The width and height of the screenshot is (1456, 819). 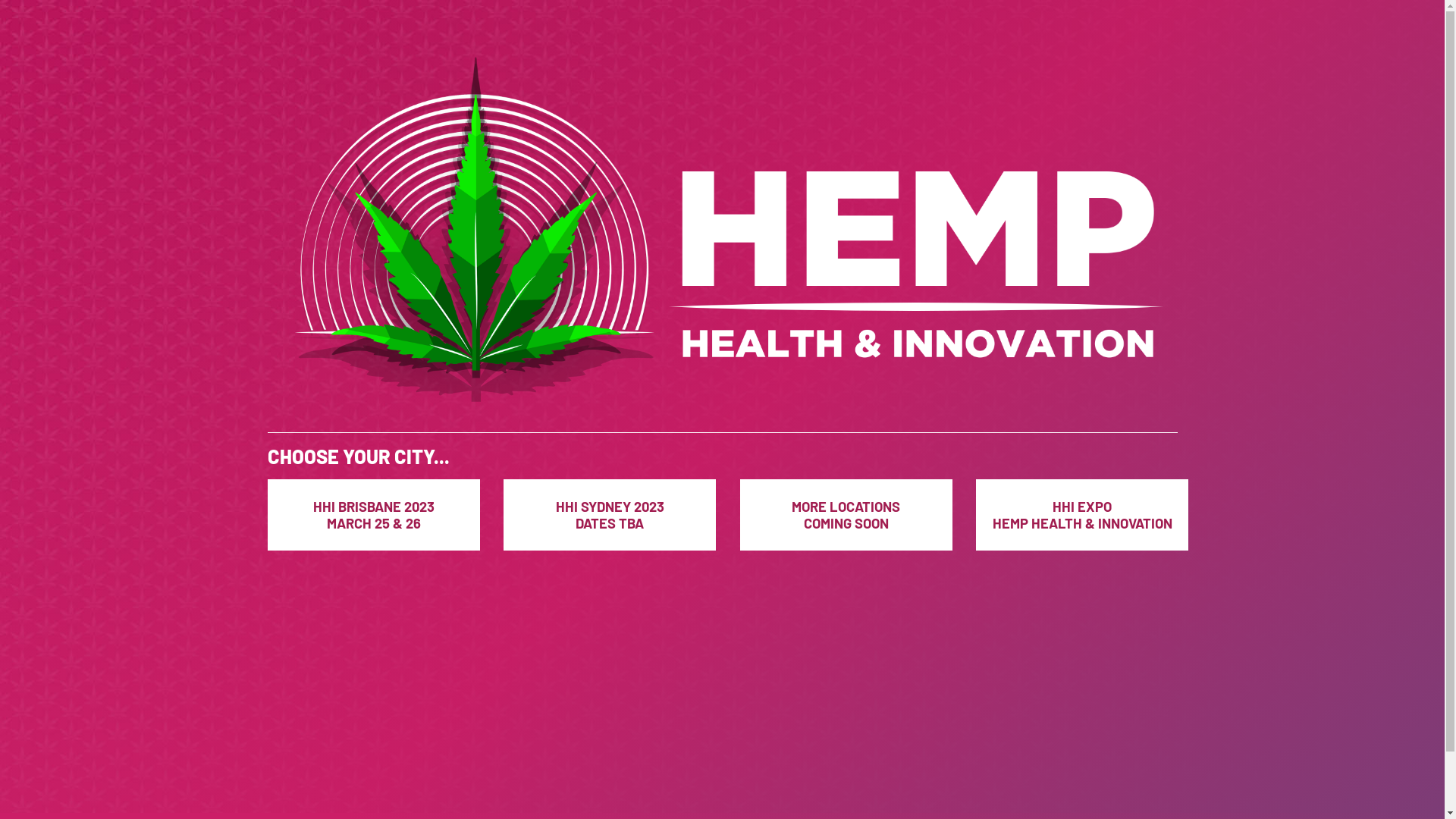 What do you see at coordinates (609, 513) in the screenshot?
I see `'HHI SYDNEY 2023` at bounding box center [609, 513].